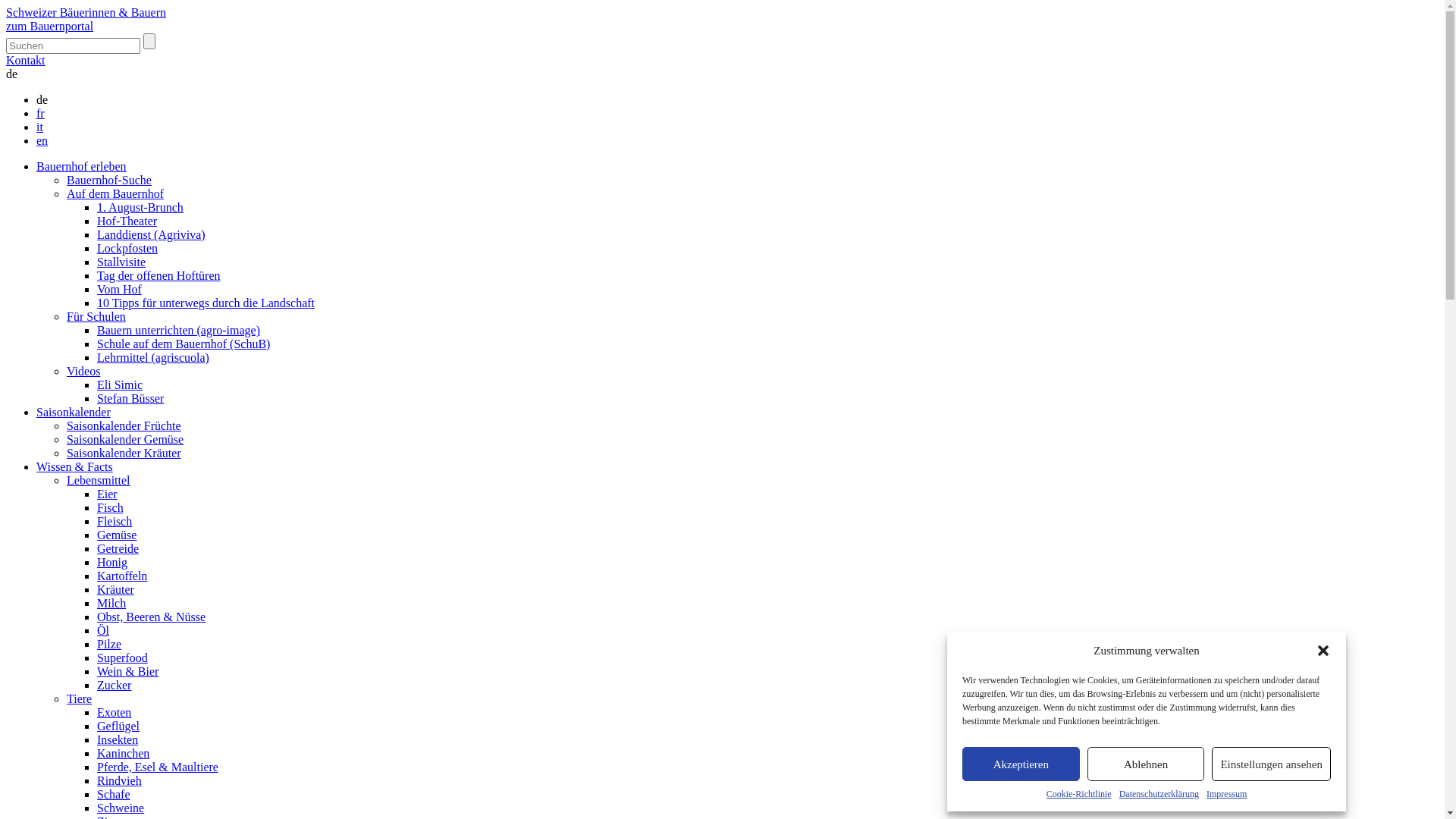  I want to click on 'zum Bauernportal', so click(49, 26).